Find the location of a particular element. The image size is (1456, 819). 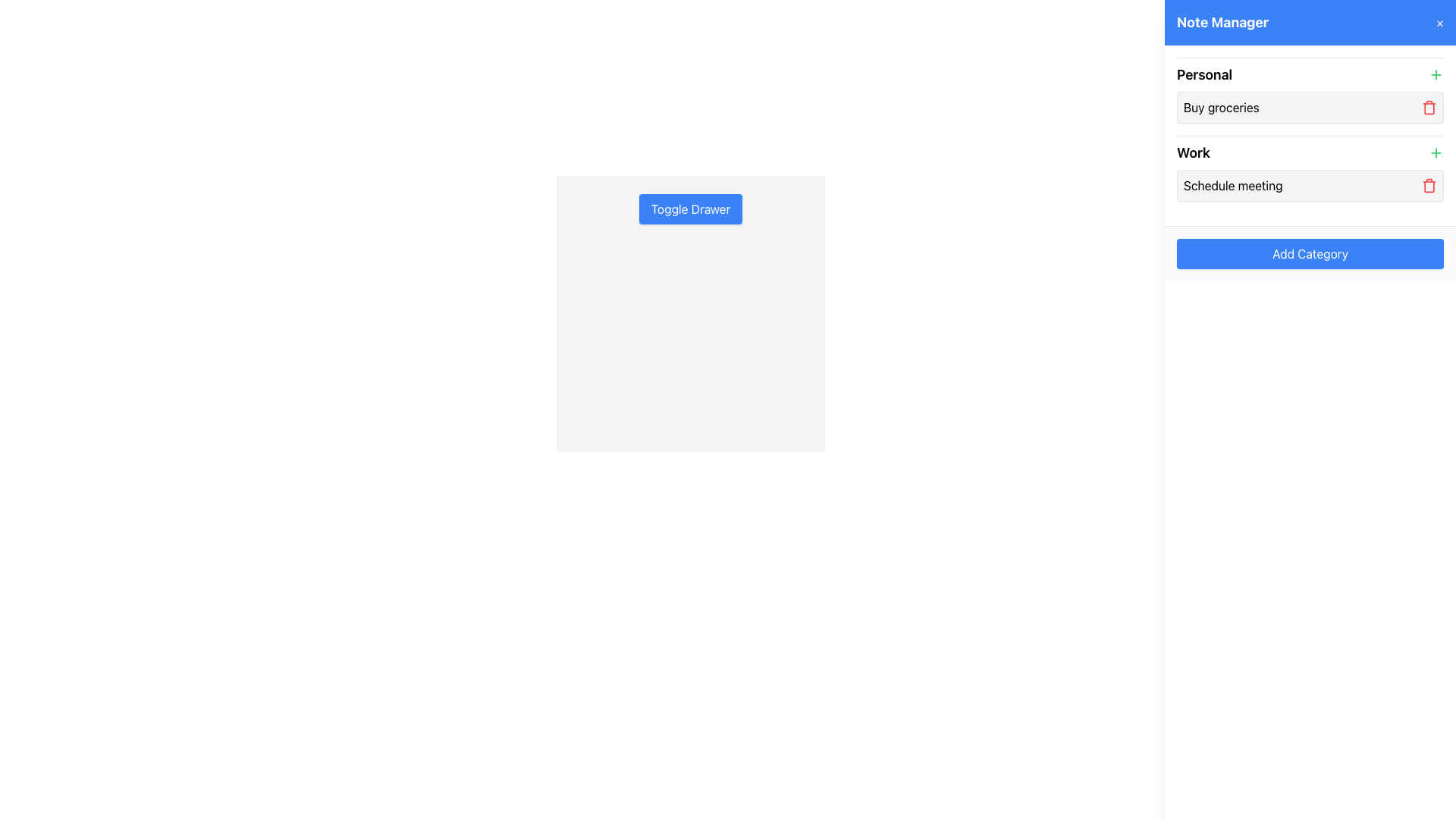

the green plus icon located to the right of the 'Personal' heading in the Note Manager panel to trigger the hover effect is located at coordinates (1436, 75).